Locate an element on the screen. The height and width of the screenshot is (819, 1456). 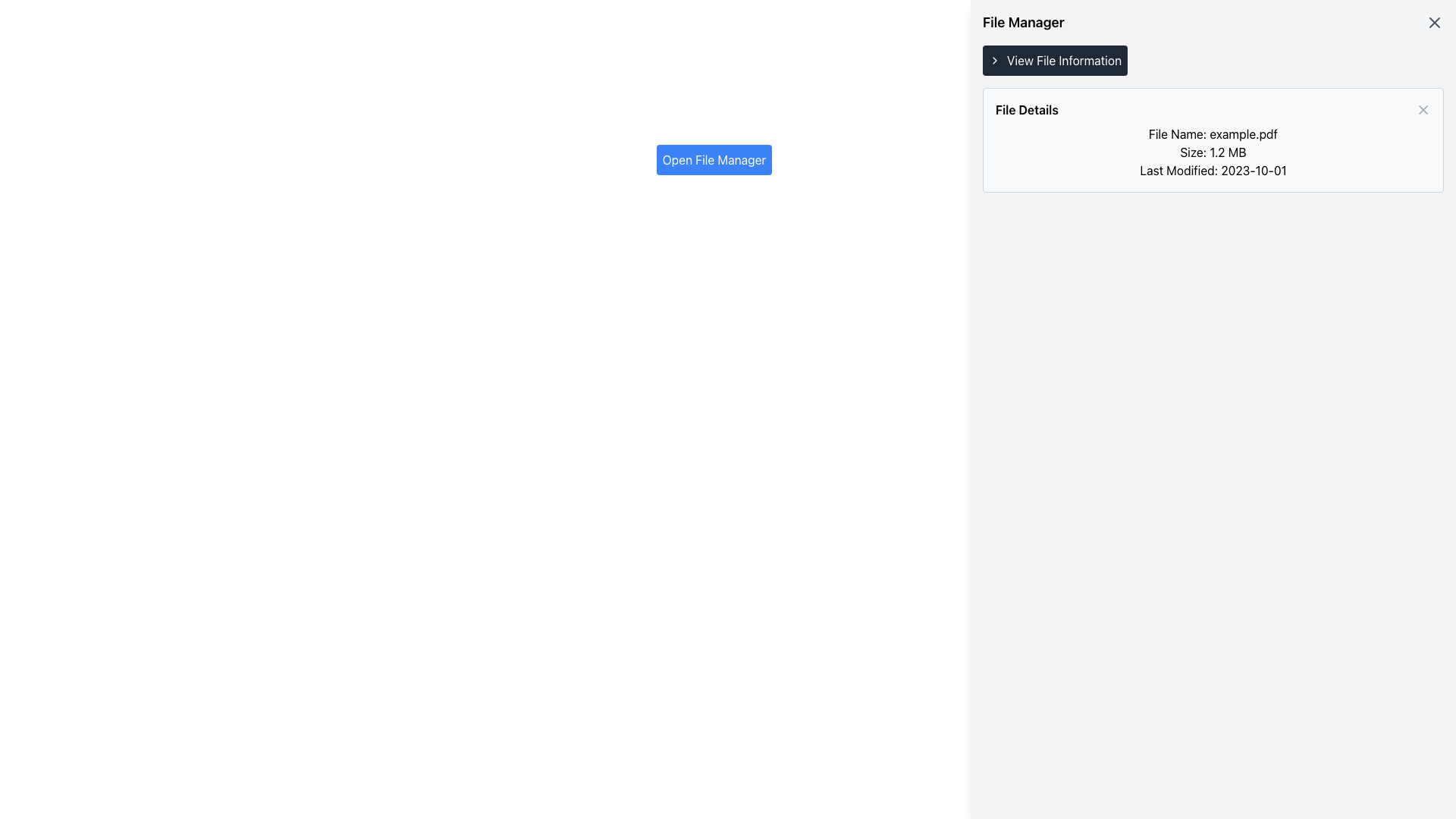
the close button located at the far right of the 'File Details' header in the file information panel is located at coordinates (1422, 109).